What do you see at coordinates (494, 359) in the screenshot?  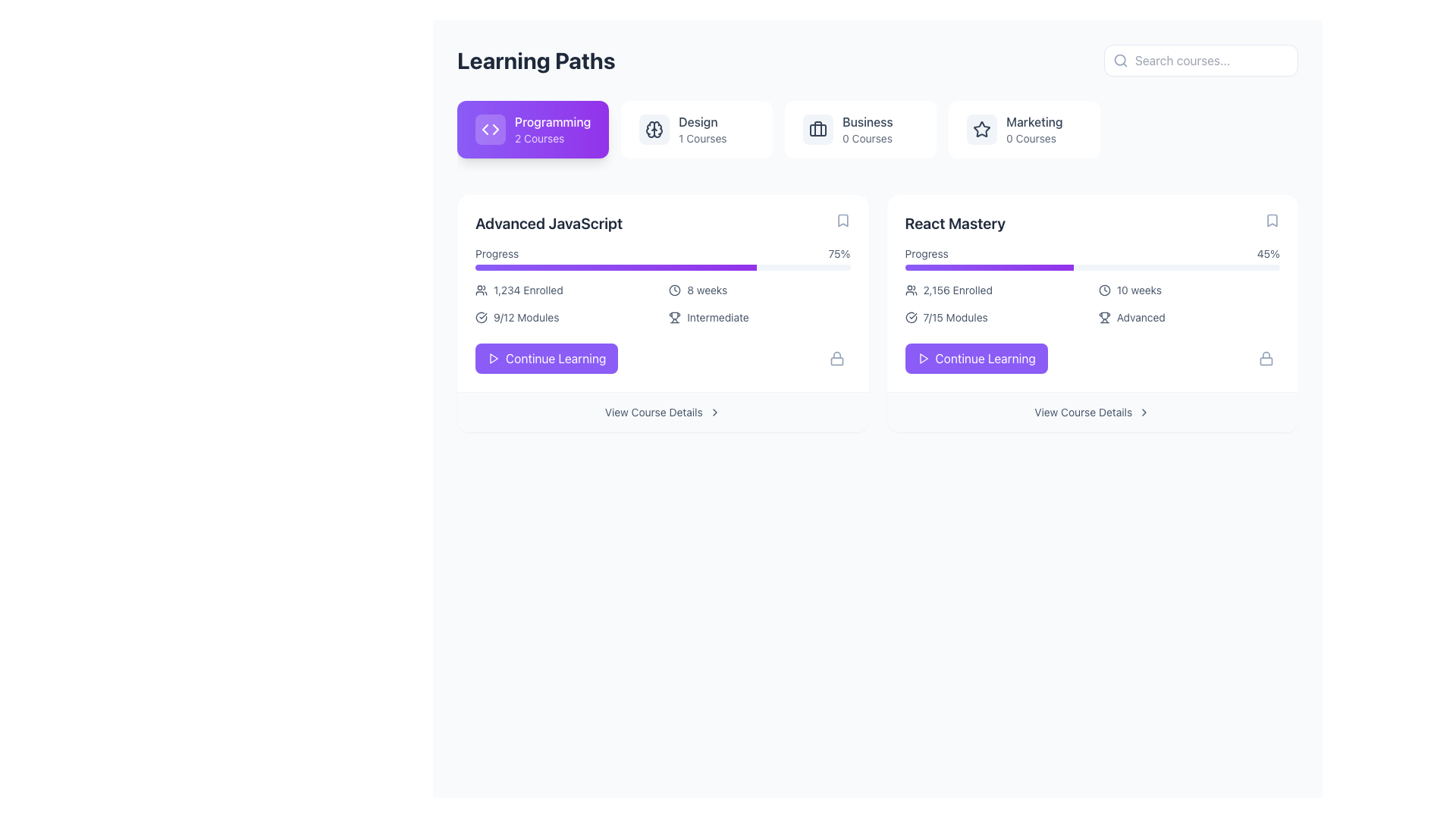 I see `the triangular Play icon (SVG) located in the 'Continue Learning' button of the 'Advanced JavaScript' card` at bounding box center [494, 359].